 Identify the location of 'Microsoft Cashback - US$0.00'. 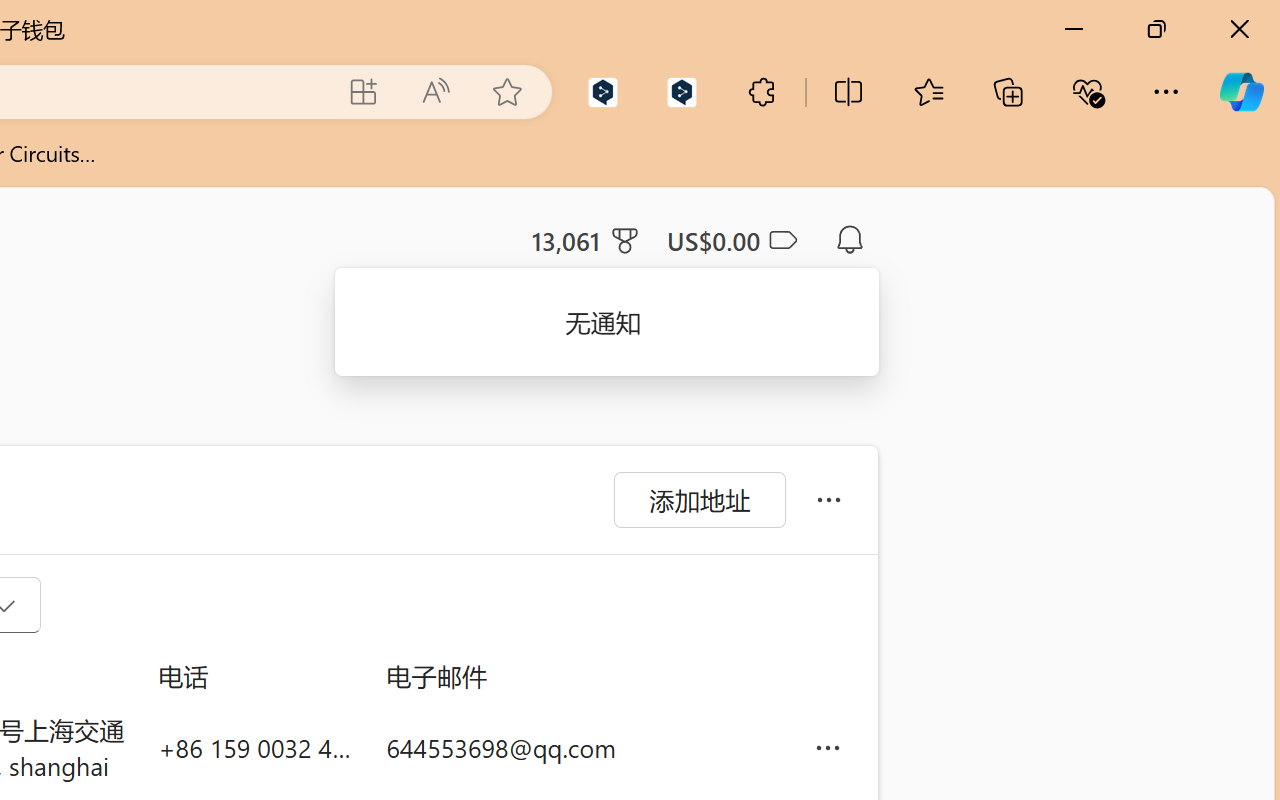
(730, 239).